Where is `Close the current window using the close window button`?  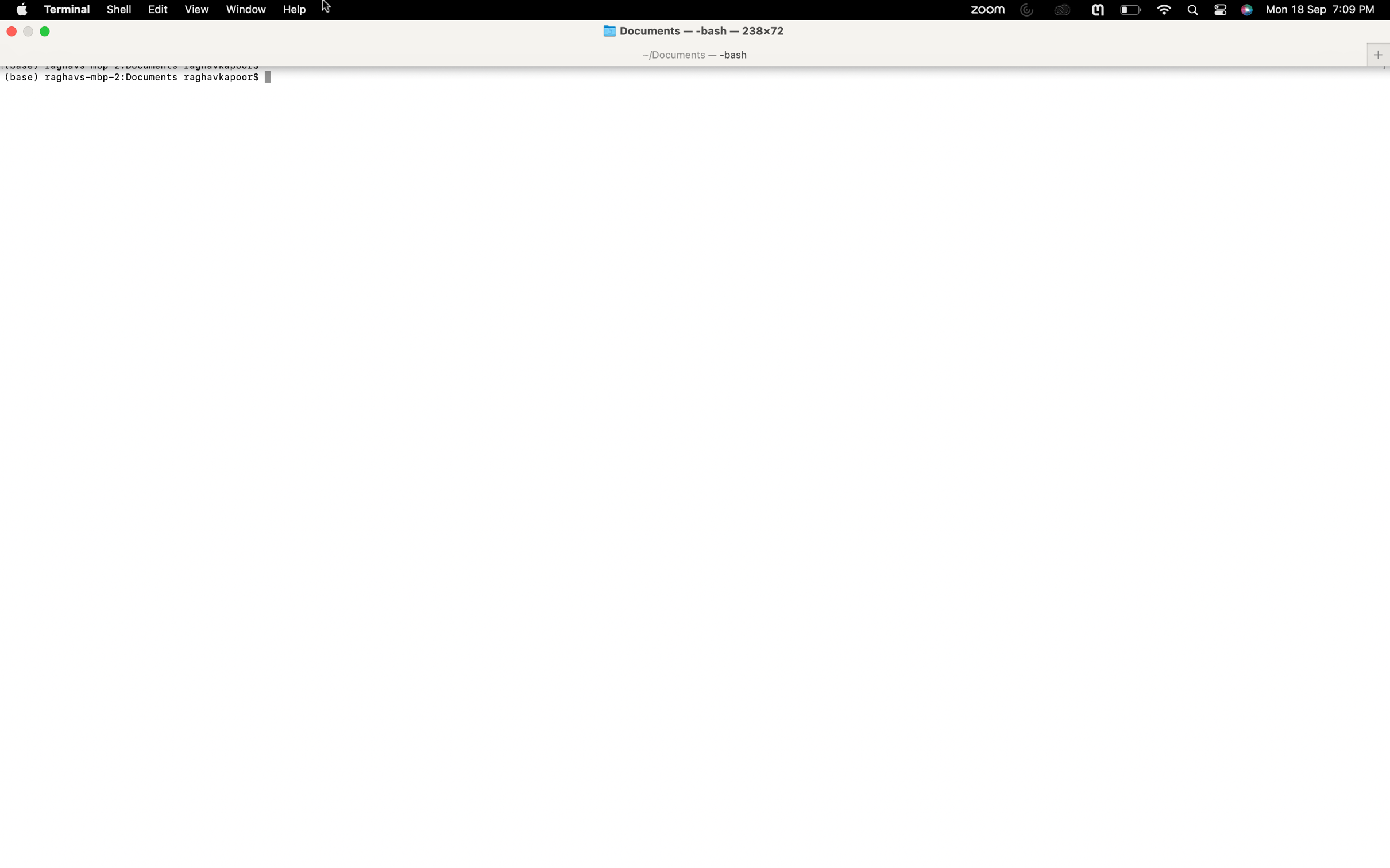
Close the current window using the close window button is located at coordinates (11, 29).